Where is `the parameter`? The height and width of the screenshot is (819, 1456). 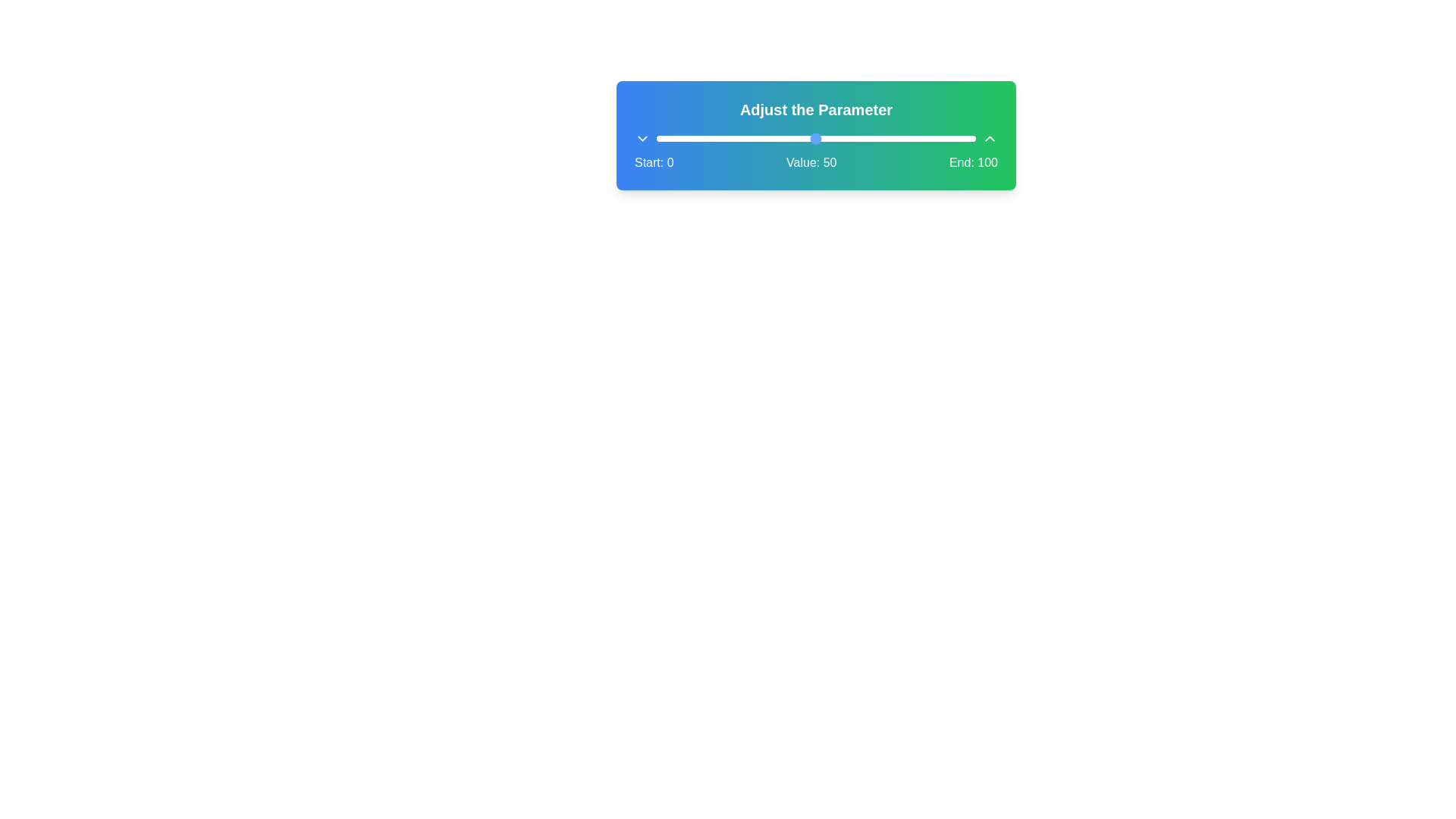
the parameter is located at coordinates (668, 138).